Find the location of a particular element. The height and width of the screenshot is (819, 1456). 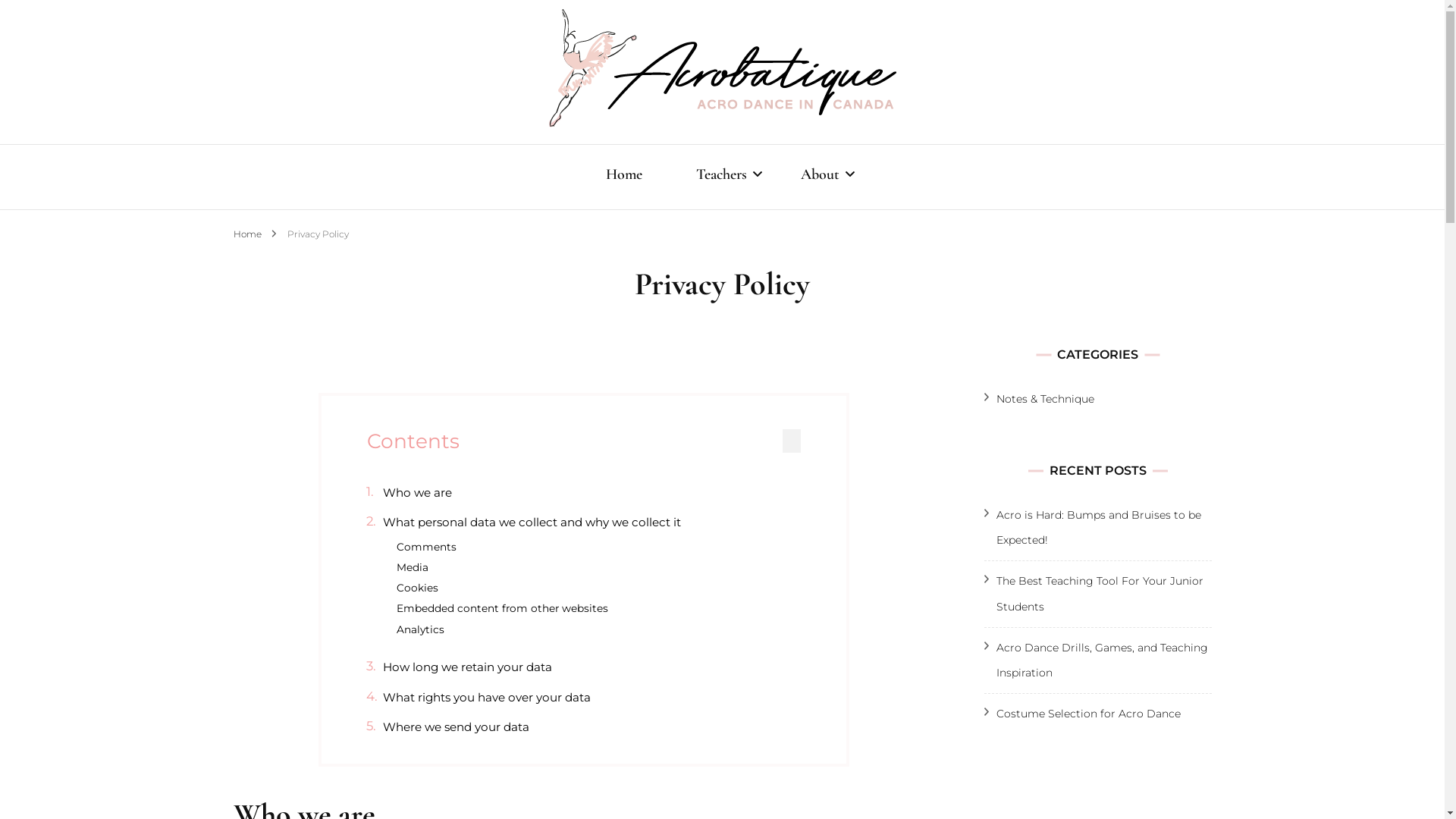

'Media' is located at coordinates (412, 567).